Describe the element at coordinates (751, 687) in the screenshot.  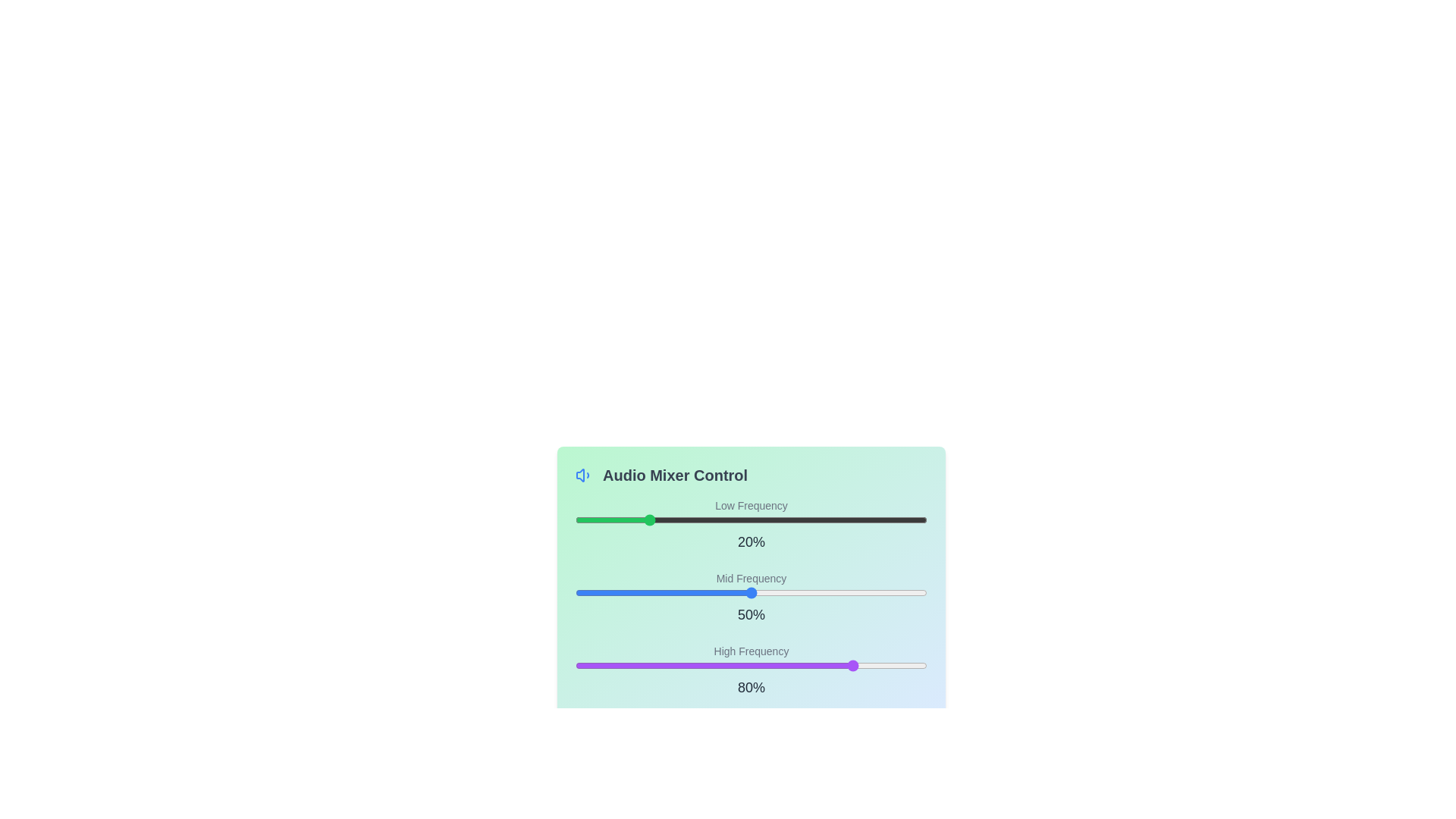
I see `the text label displaying '80%' located at the bottom of the 'High Frequency' section, which is centrally aligned beneath the slider control for 'High Frequency'` at that location.